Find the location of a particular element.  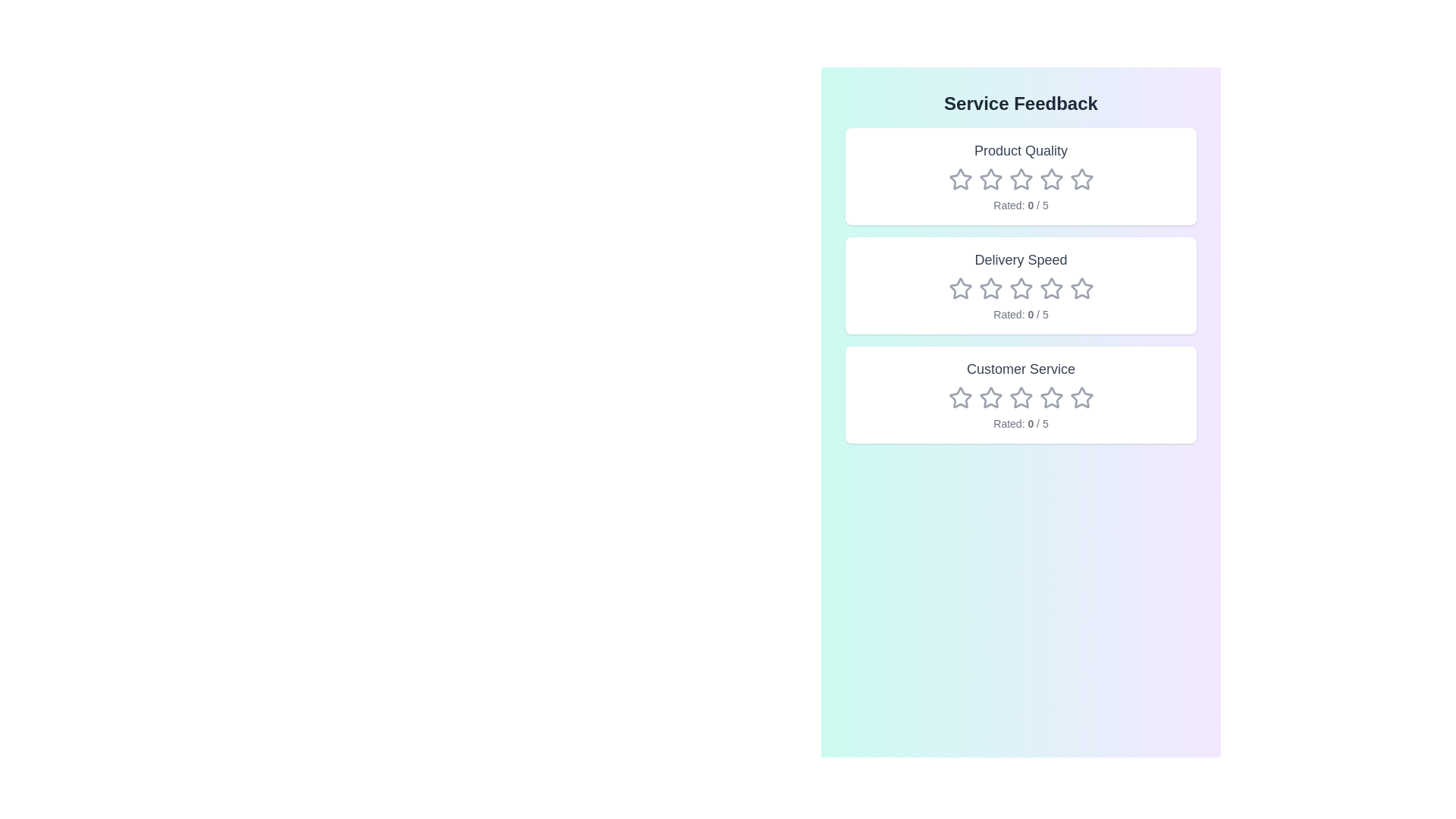

the rating for the category Delivery Speed to 5 stars is located at coordinates (1081, 289).